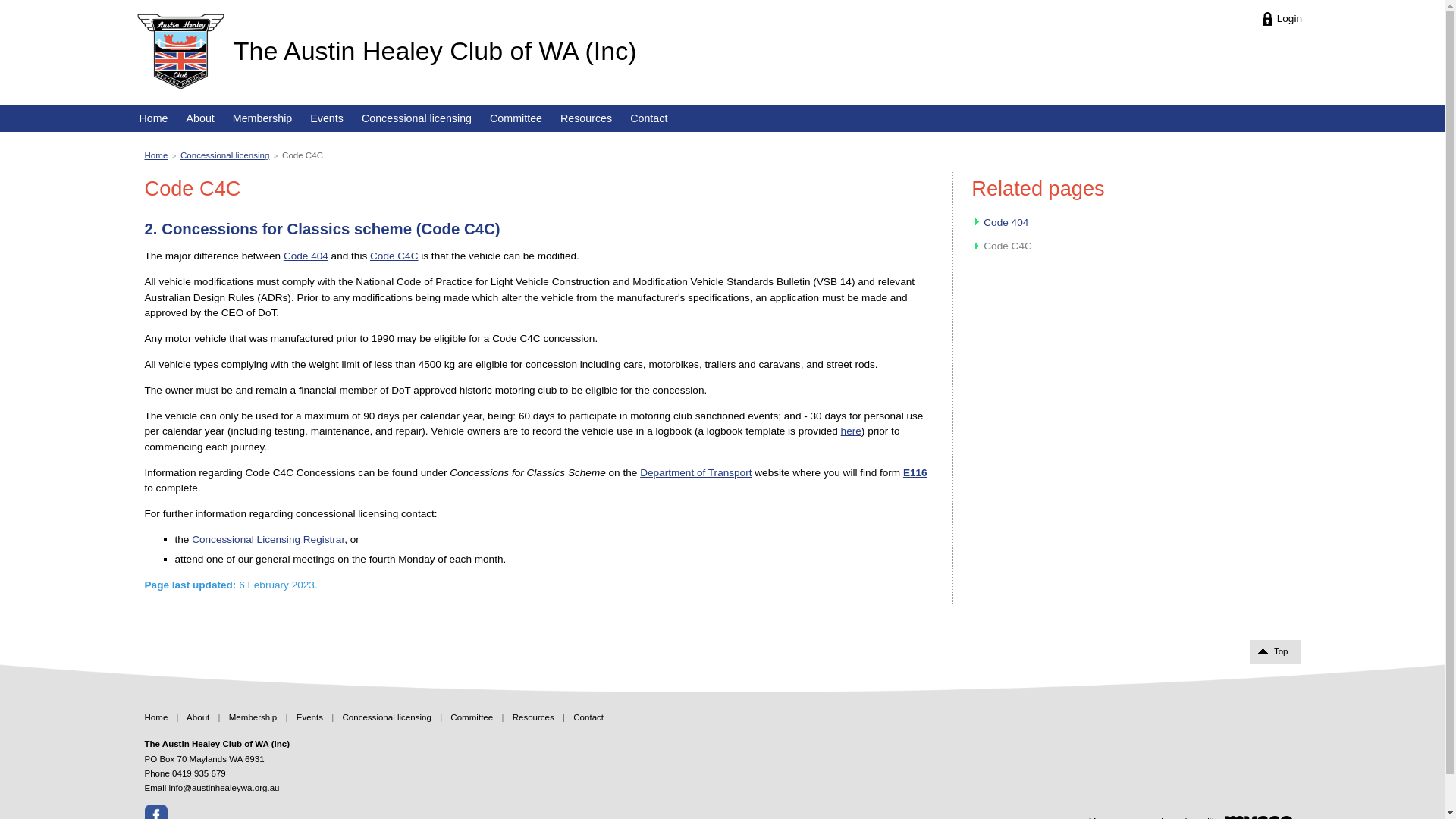 This screenshot has height=819, width=1456. I want to click on 'Membership', so click(228, 717).